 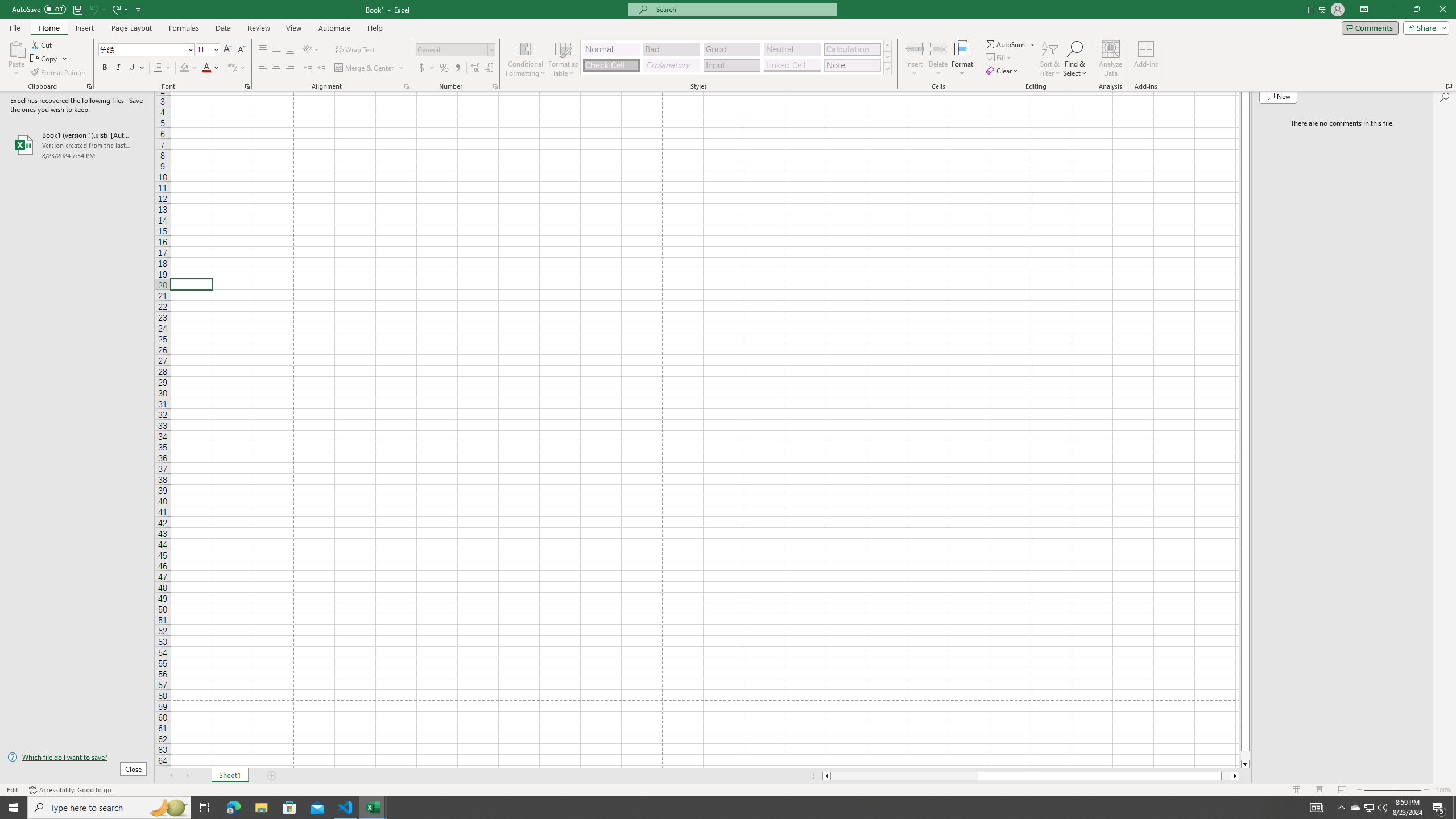 I want to click on 'Show desktop', so click(x=1454, y=806).